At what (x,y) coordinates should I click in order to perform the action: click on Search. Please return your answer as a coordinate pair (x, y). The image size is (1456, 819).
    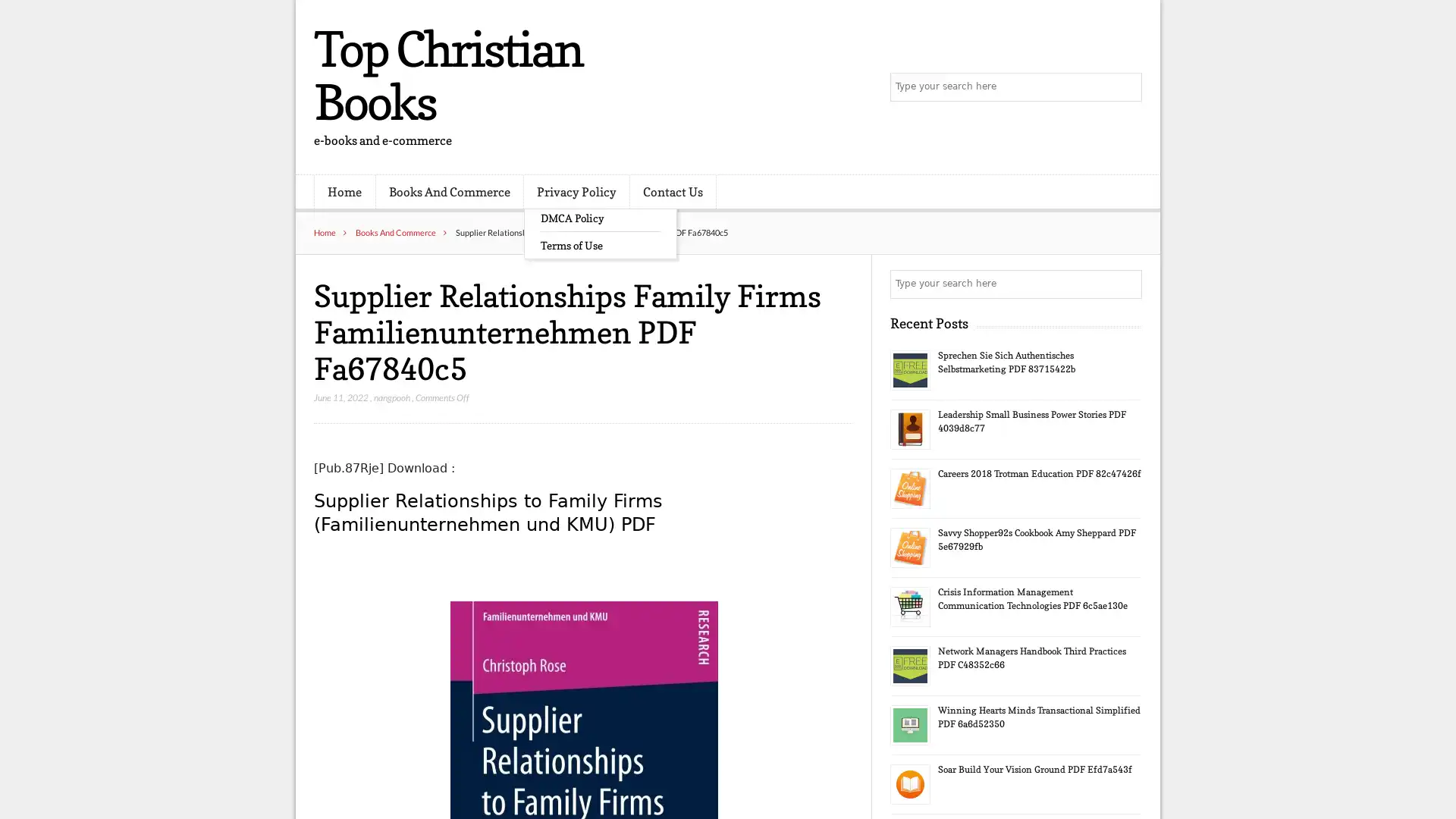
    Looking at the image, I should click on (1126, 87).